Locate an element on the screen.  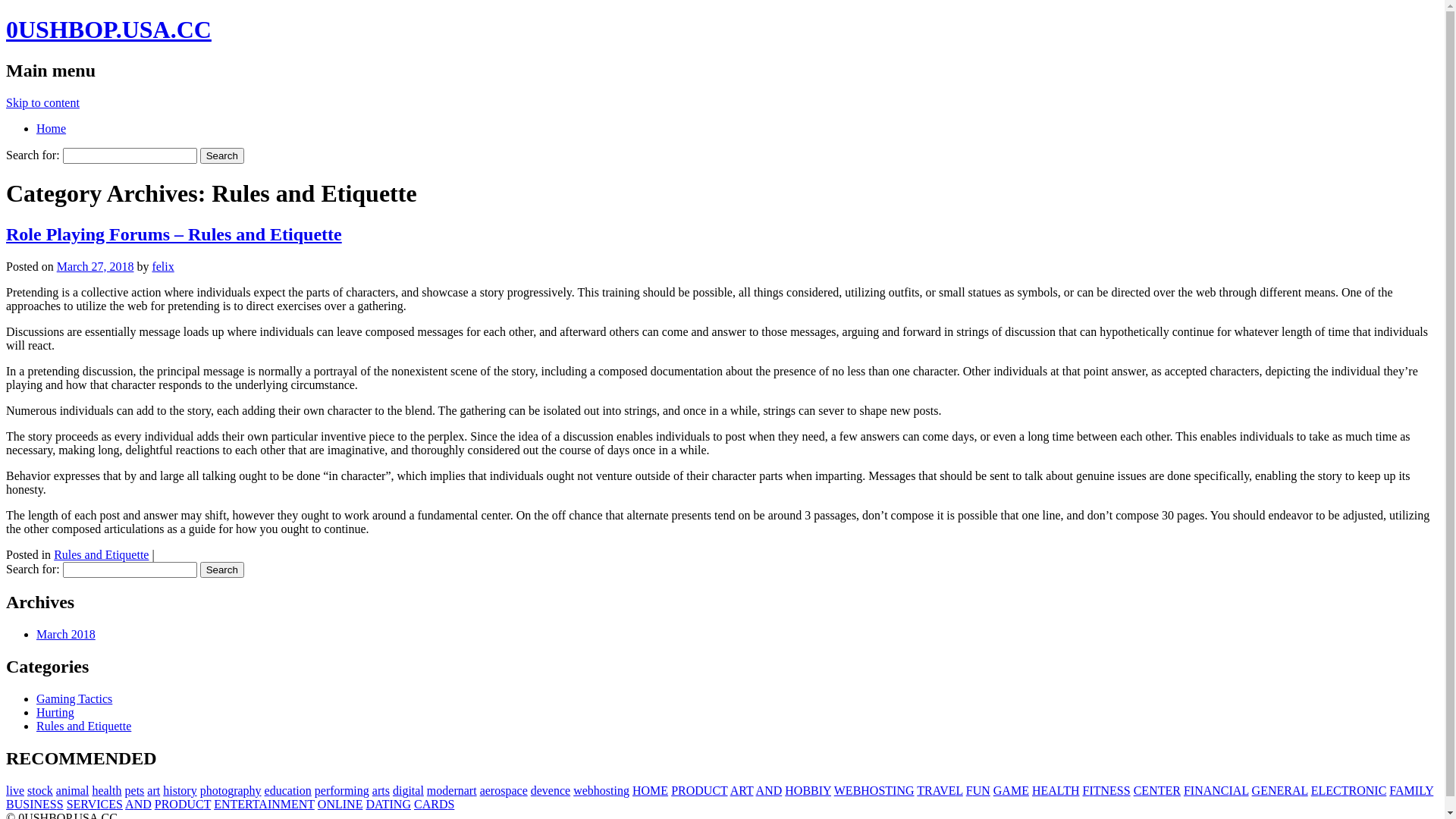
'March 2018' is located at coordinates (64, 634).